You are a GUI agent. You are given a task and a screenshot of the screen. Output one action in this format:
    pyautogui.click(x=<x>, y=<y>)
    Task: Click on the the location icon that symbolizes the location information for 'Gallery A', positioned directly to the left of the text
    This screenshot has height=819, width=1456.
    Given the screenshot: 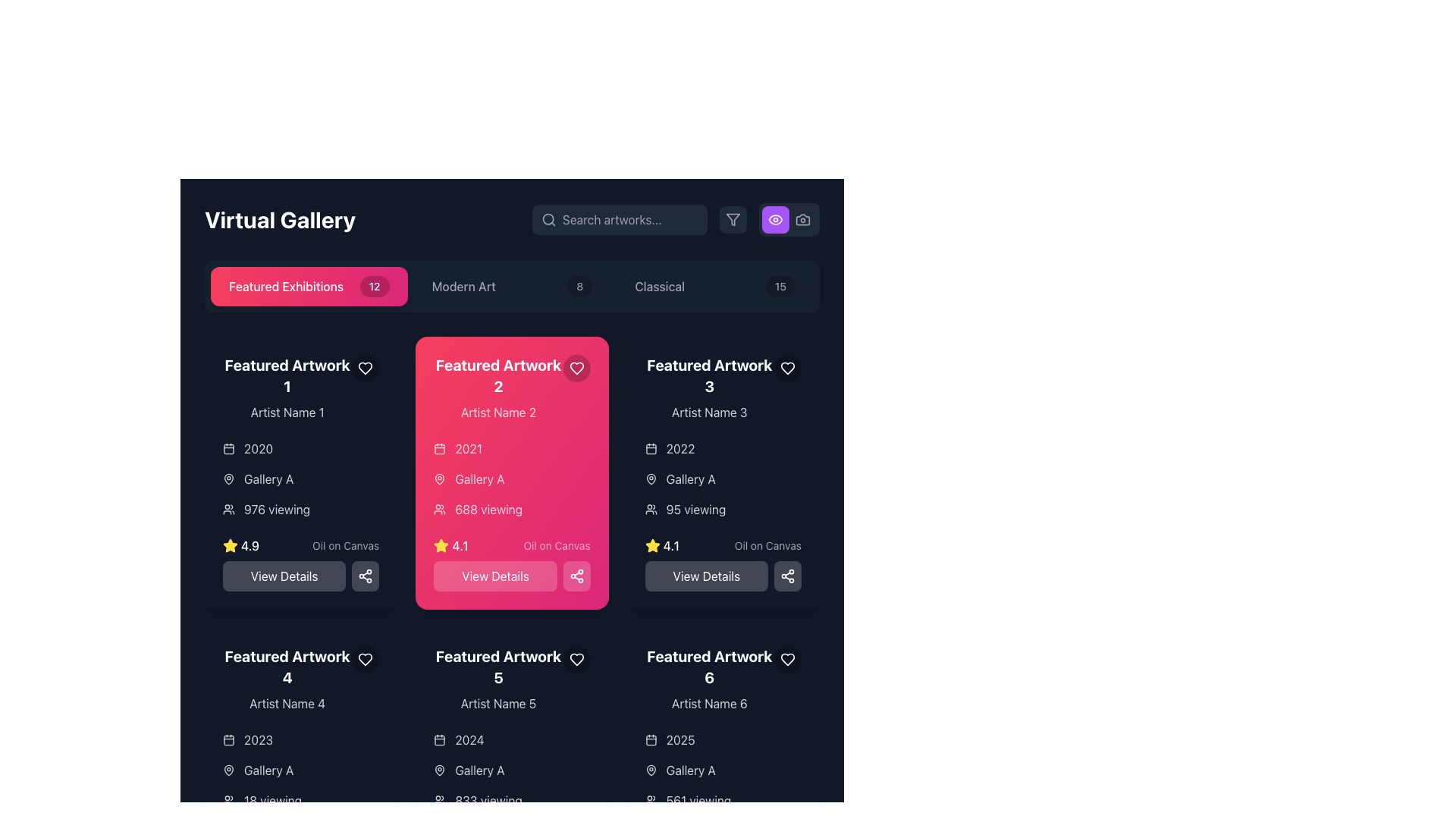 What is the action you would take?
    pyautogui.click(x=439, y=770)
    